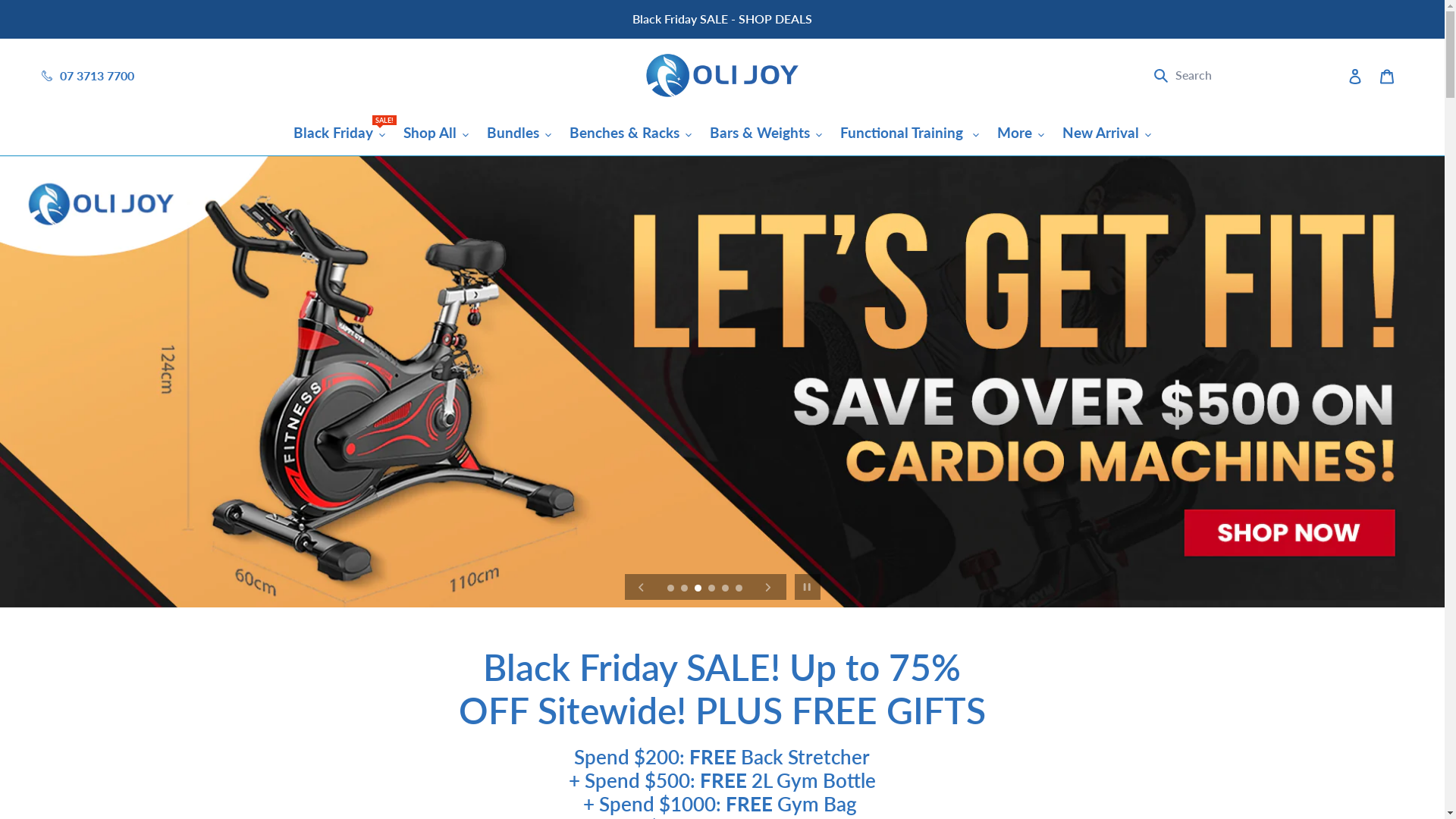  What do you see at coordinates (721, 18) in the screenshot?
I see `'Black Friday SALE - SHOP DEALS'` at bounding box center [721, 18].